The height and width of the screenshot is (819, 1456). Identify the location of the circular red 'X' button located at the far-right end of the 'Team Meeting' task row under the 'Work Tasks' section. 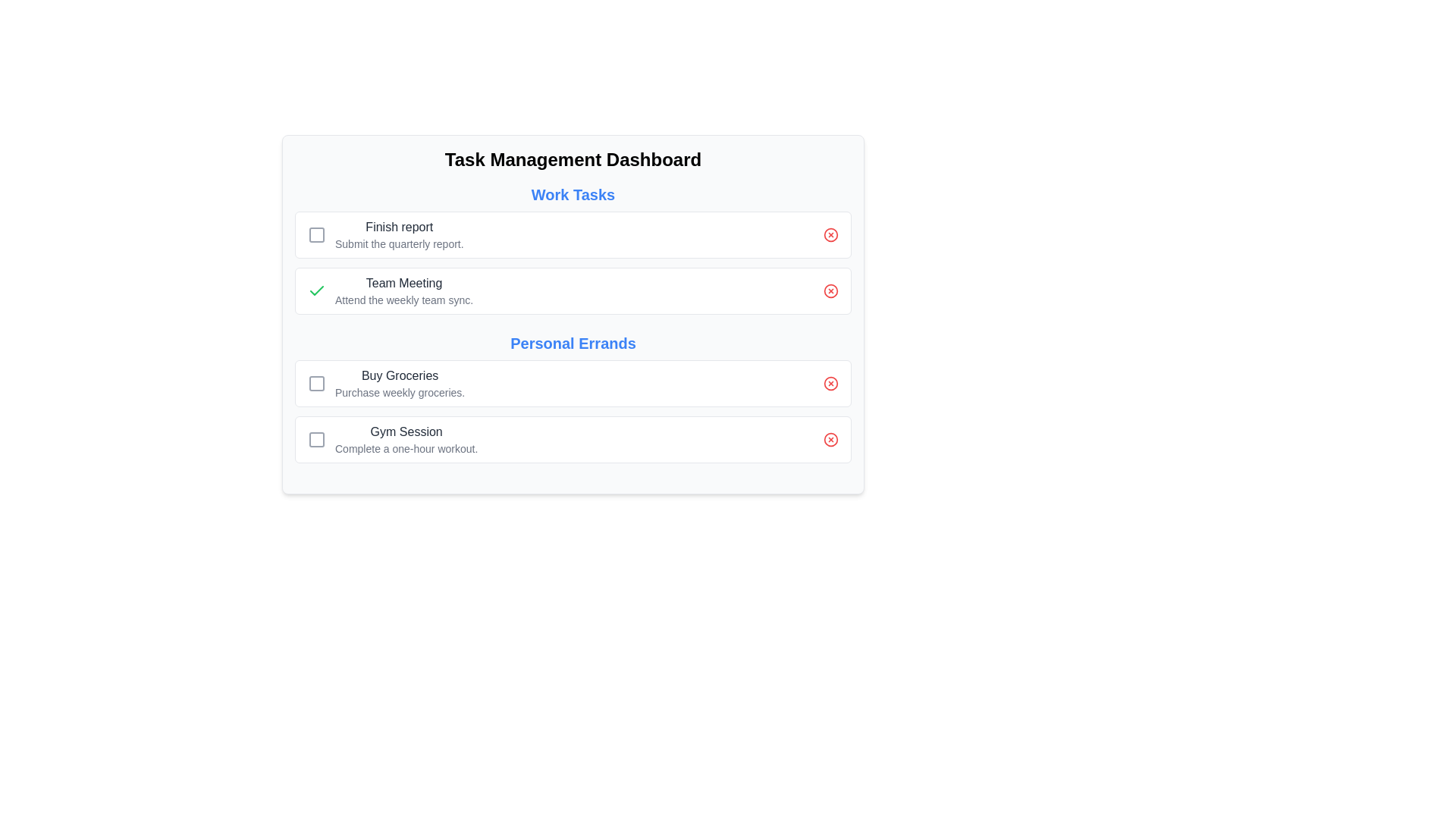
(830, 291).